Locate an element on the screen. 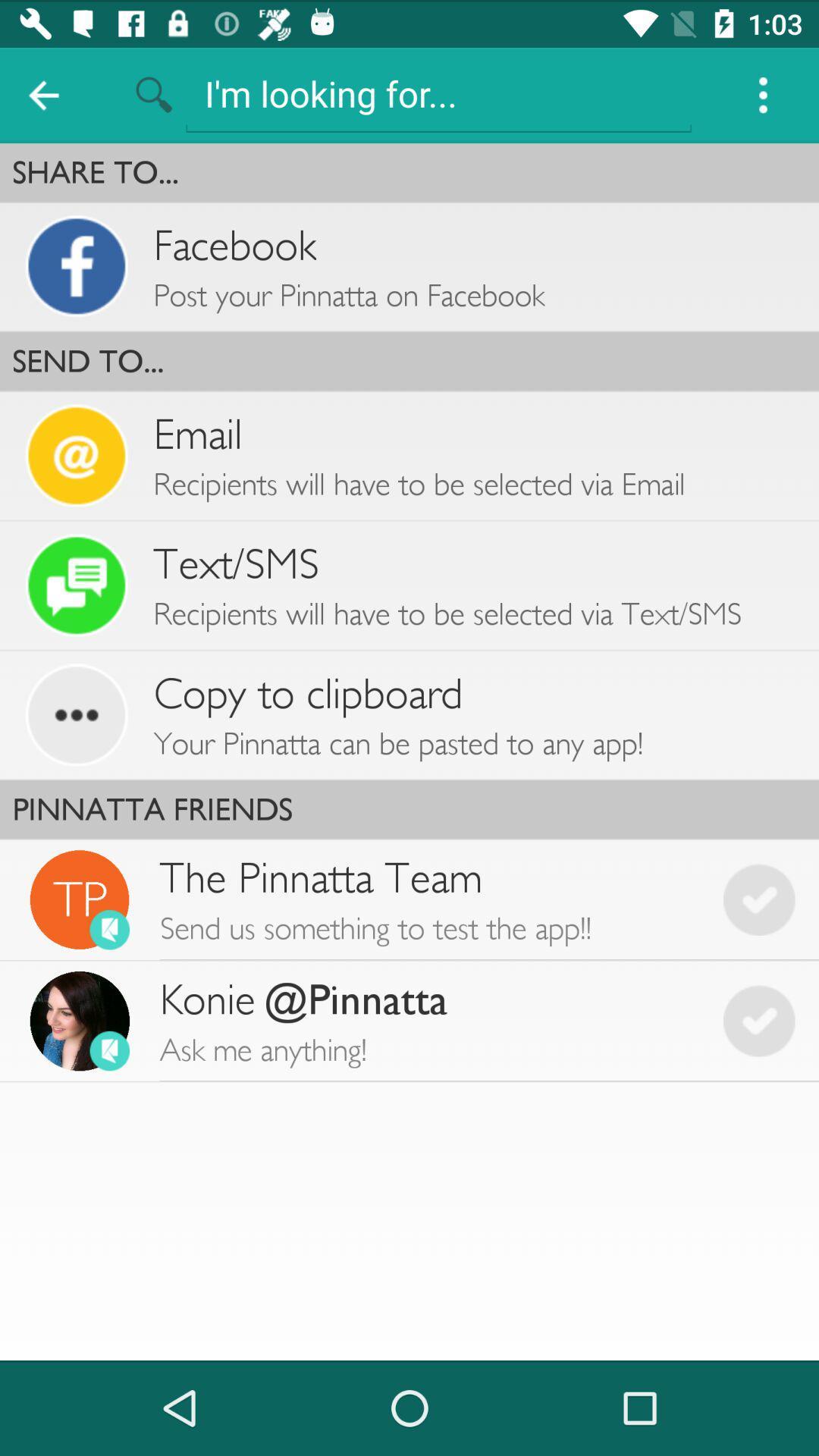  pinnatta friends item is located at coordinates (409, 808).